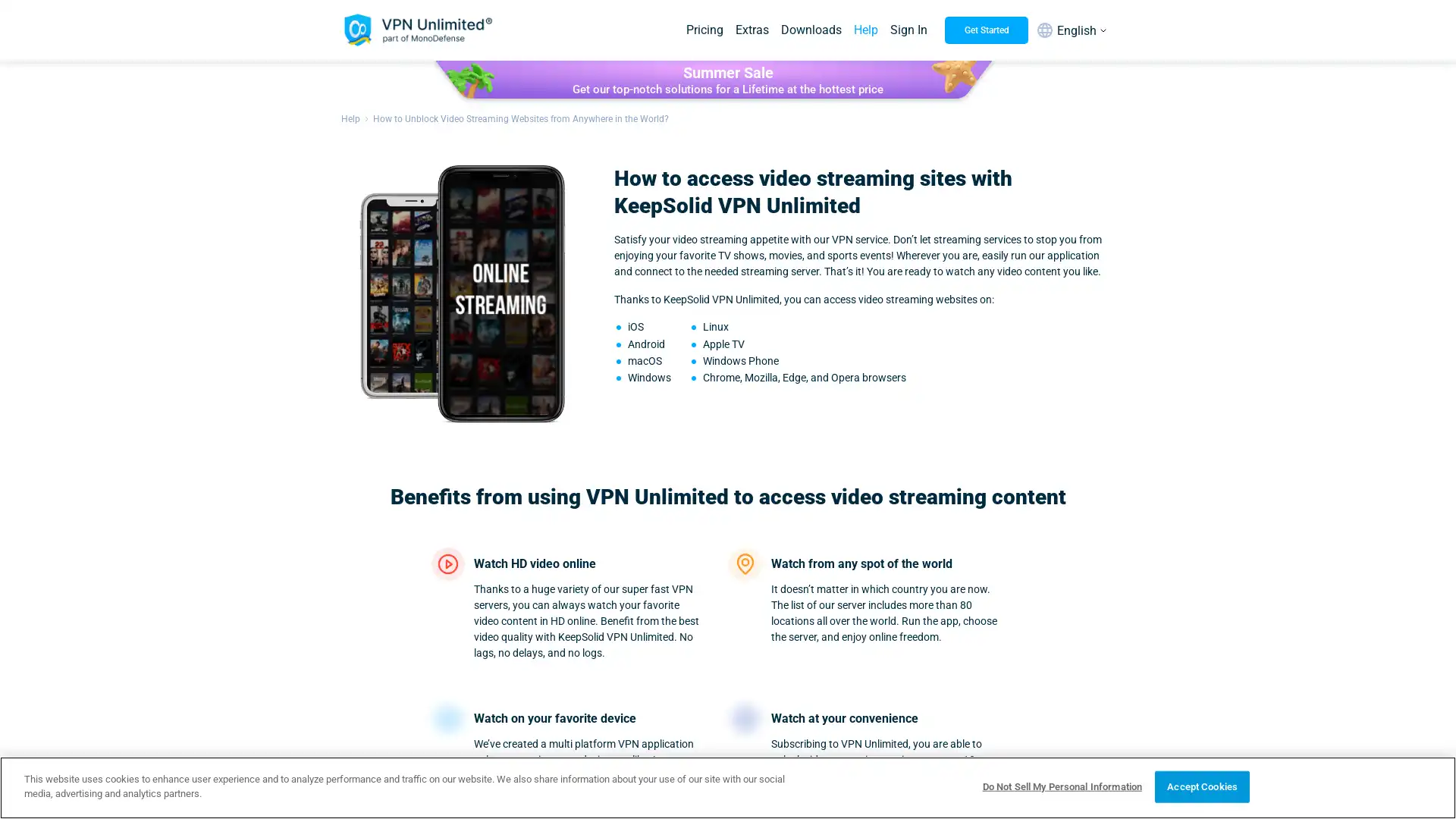  Describe the element at coordinates (1061, 786) in the screenshot. I see `Do Not Sell My Personal Information` at that location.